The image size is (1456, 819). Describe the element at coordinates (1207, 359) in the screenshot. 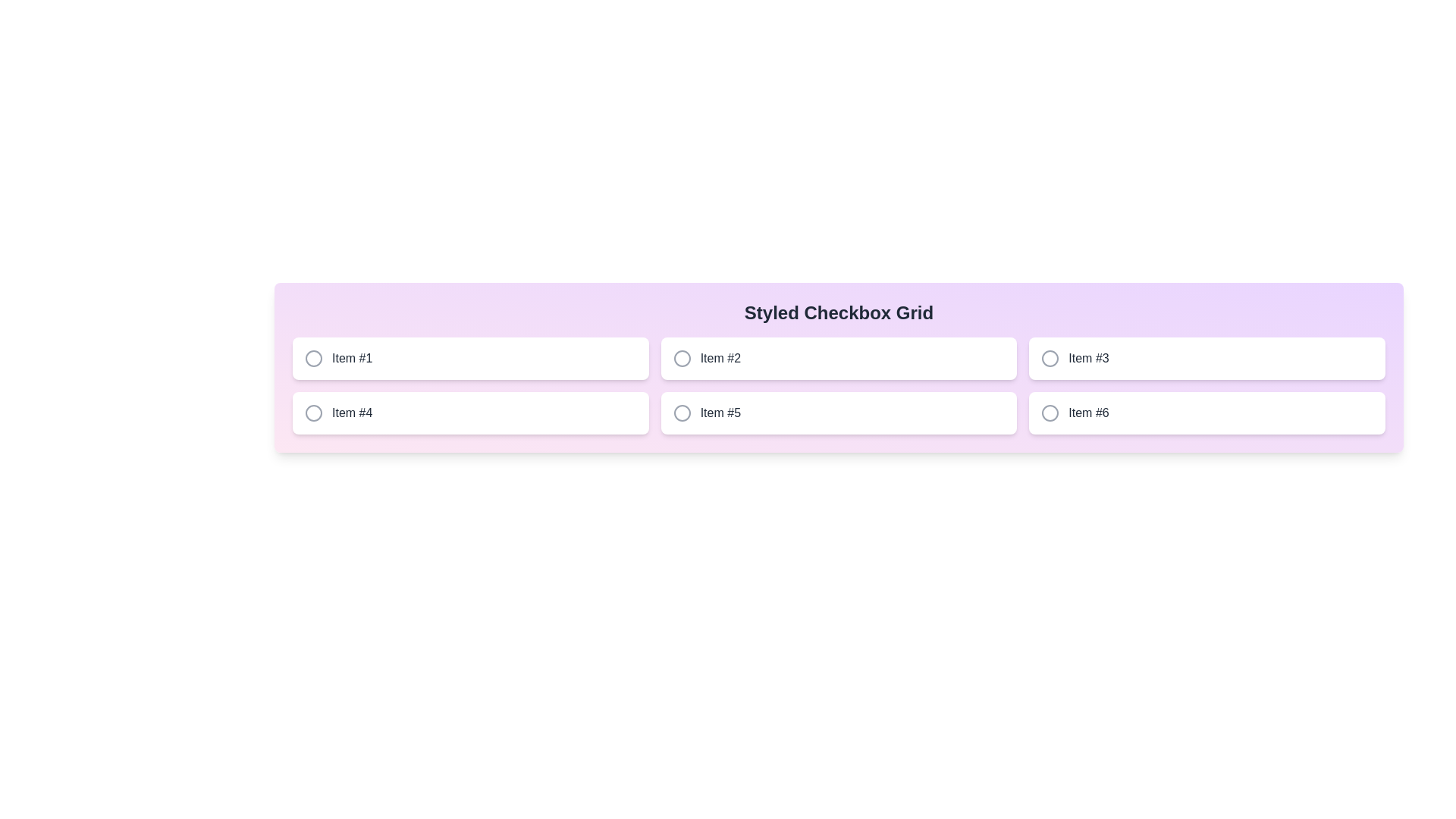

I see `the button labeled Item #3 to observe style changes` at that location.